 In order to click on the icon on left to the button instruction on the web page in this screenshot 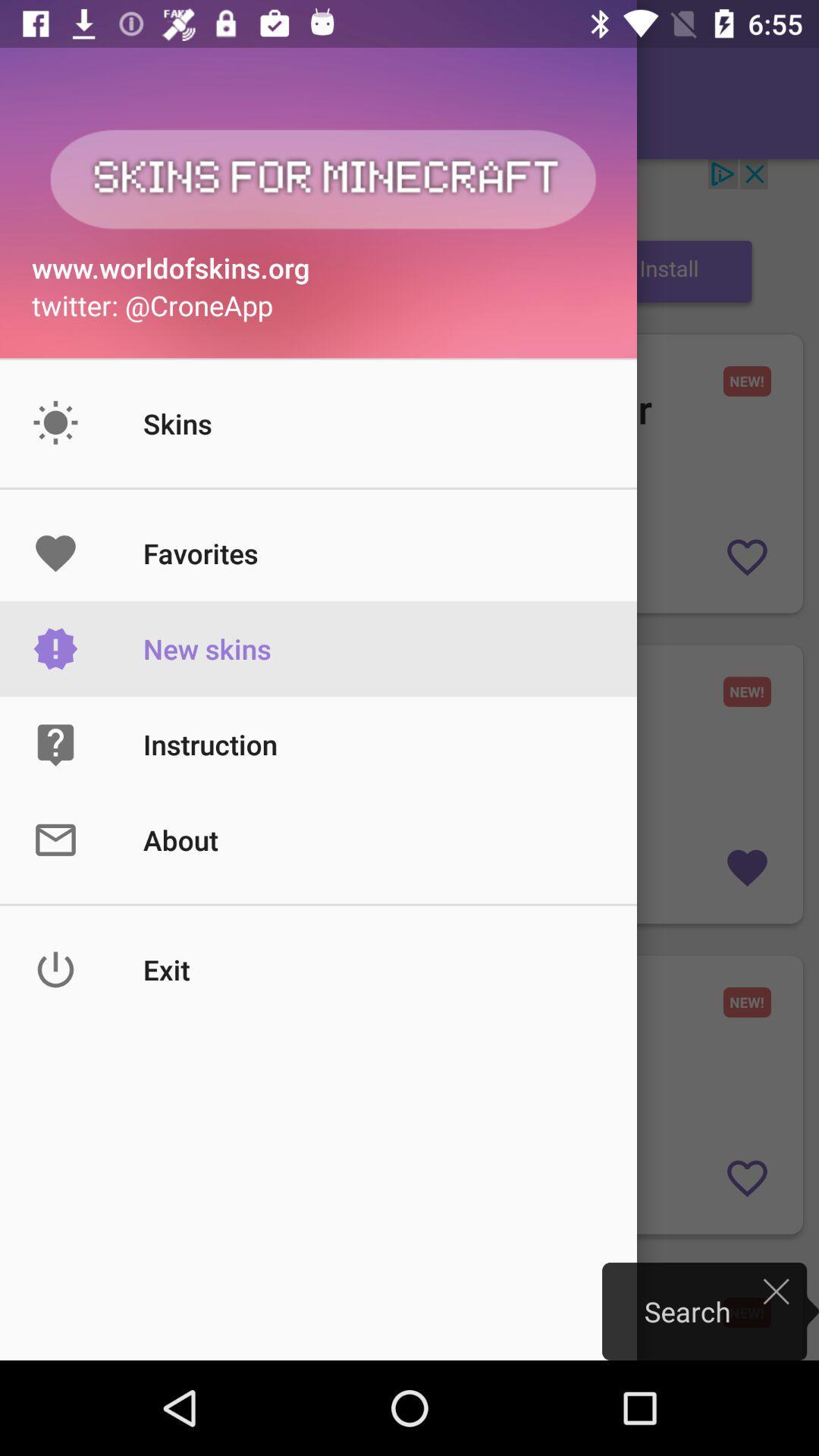, I will do `click(87, 745)`.